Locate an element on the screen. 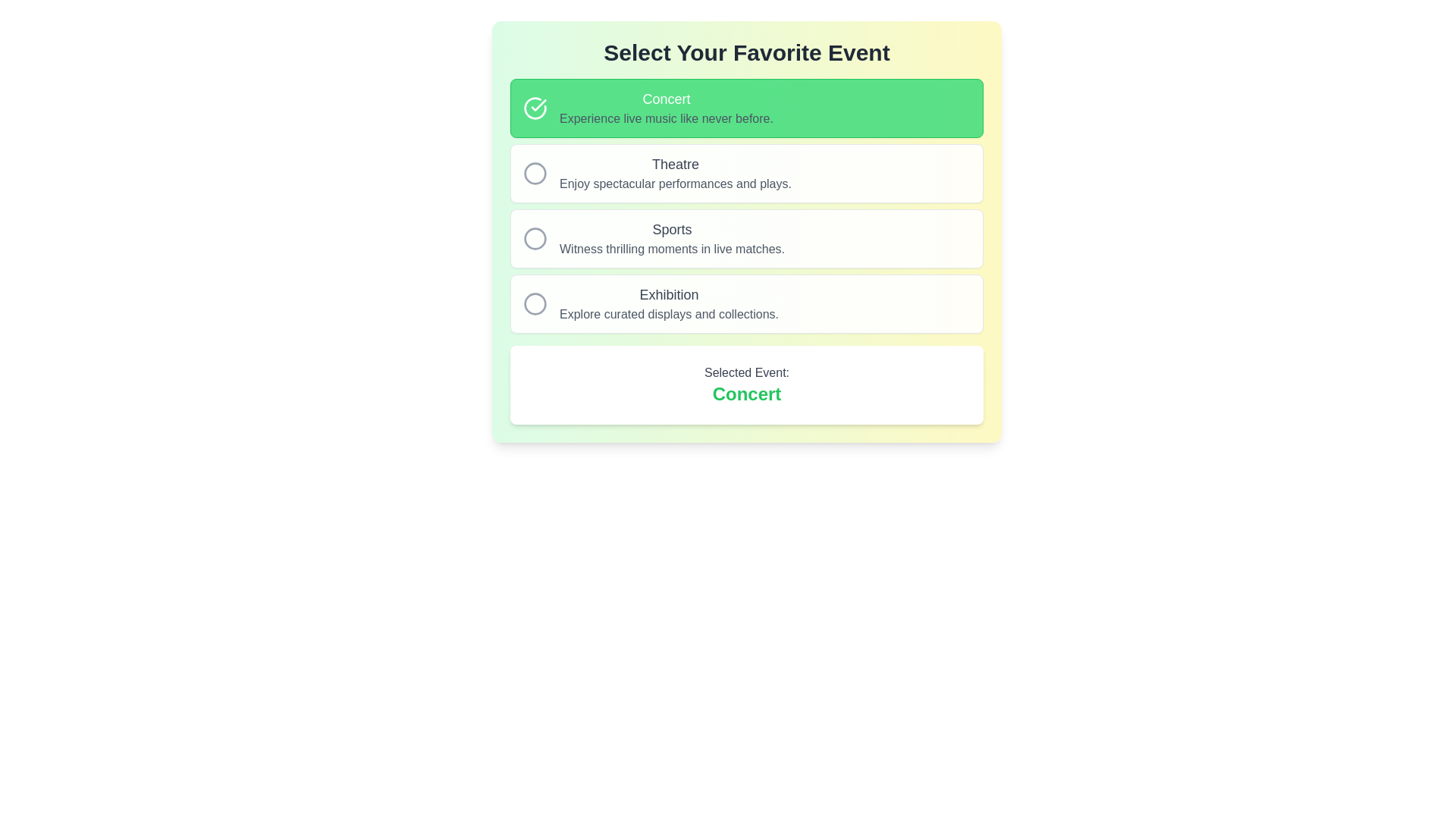 Image resolution: width=1456 pixels, height=819 pixels. the 'Sports' radio button, which is the third option in the list of selectable items, to select it as the preferred event is located at coordinates (746, 239).